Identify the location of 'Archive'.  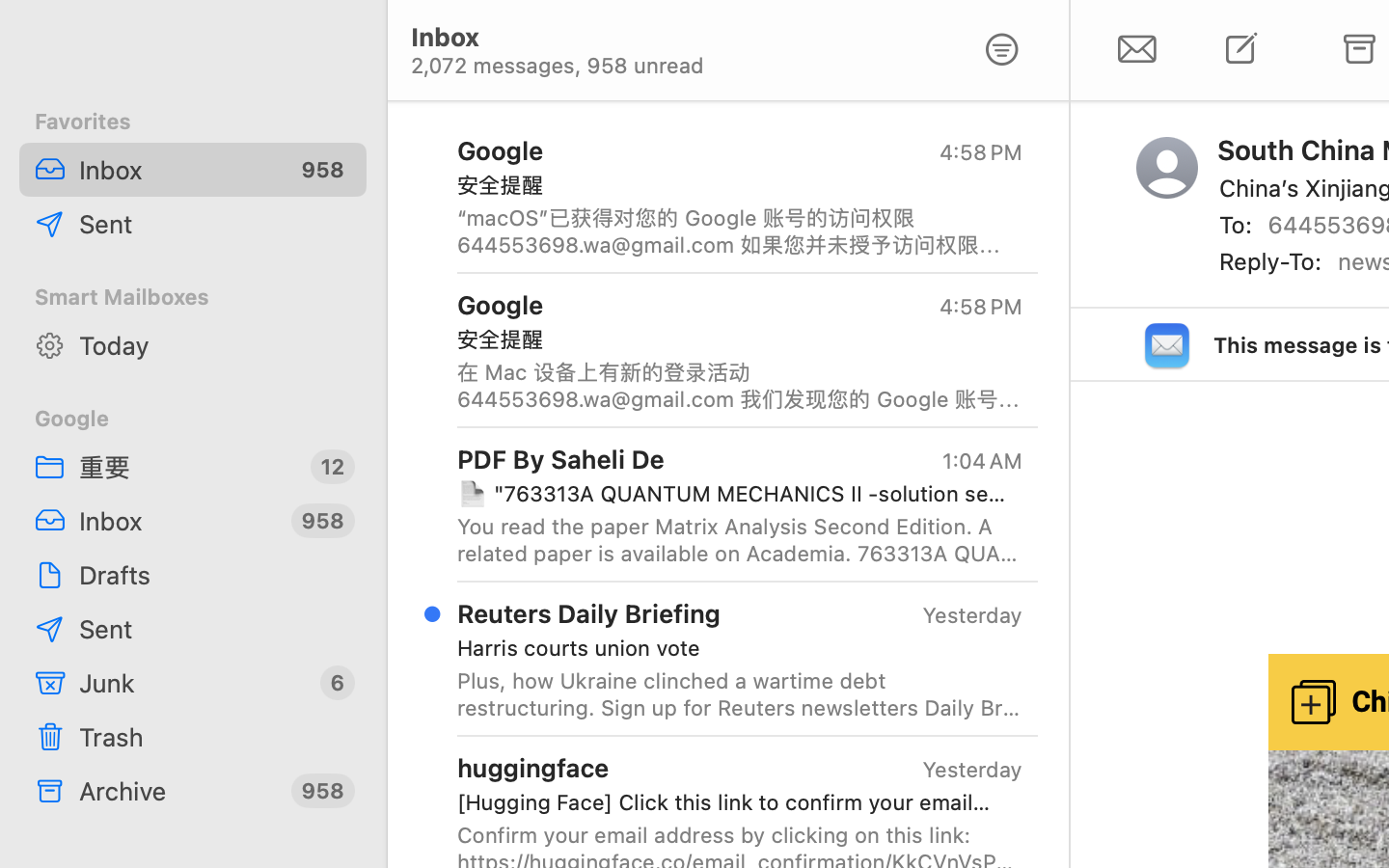
(177, 790).